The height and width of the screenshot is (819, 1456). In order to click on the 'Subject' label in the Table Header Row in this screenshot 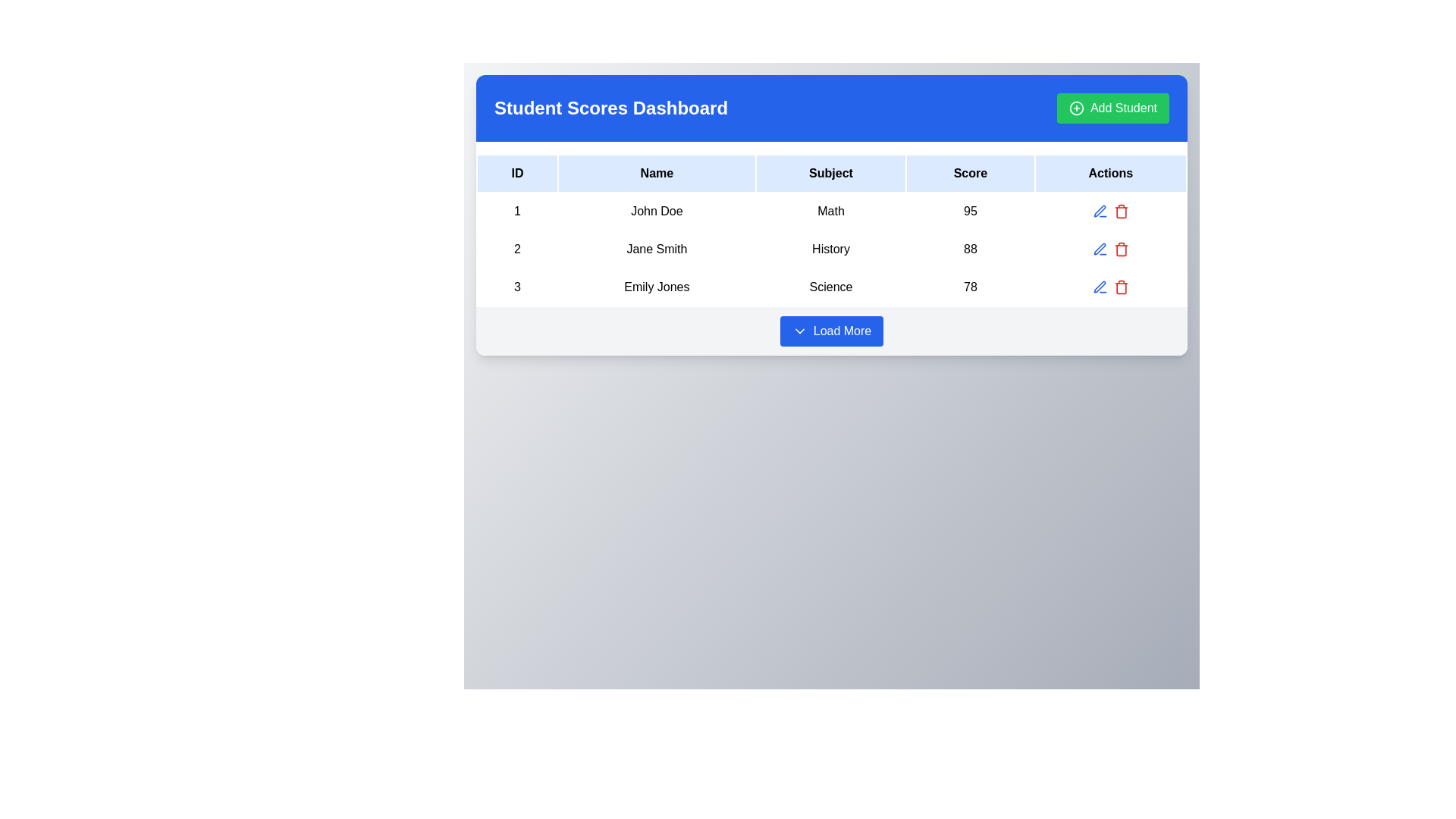, I will do `click(831, 172)`.